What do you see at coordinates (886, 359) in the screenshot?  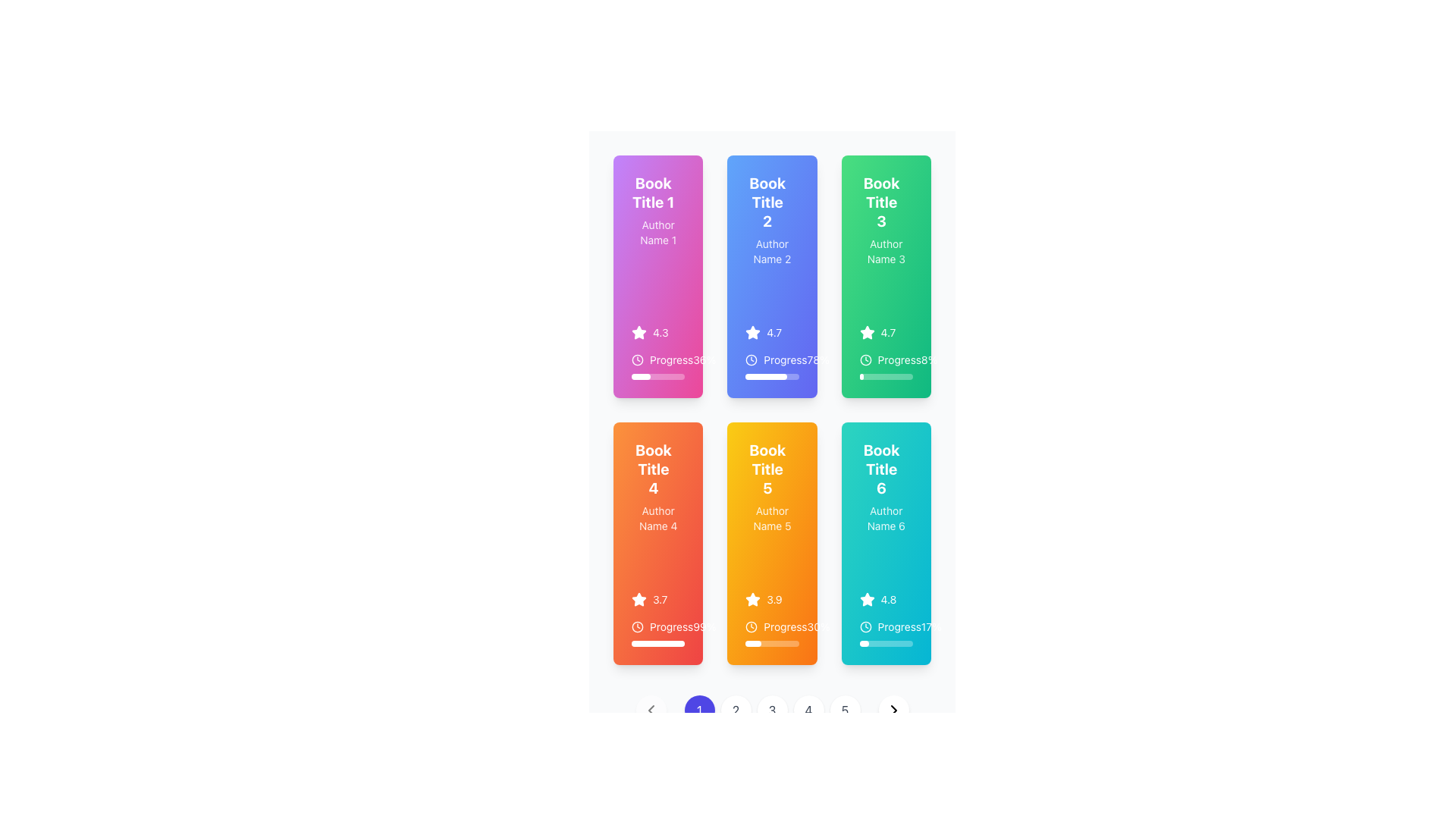 I see `the text label indicating the progress percentage for 'Book Title 3', located within the green card in the first row and third column, positioned below the star rating and above the horizontal progress bar` at bounding box center [886, 359].